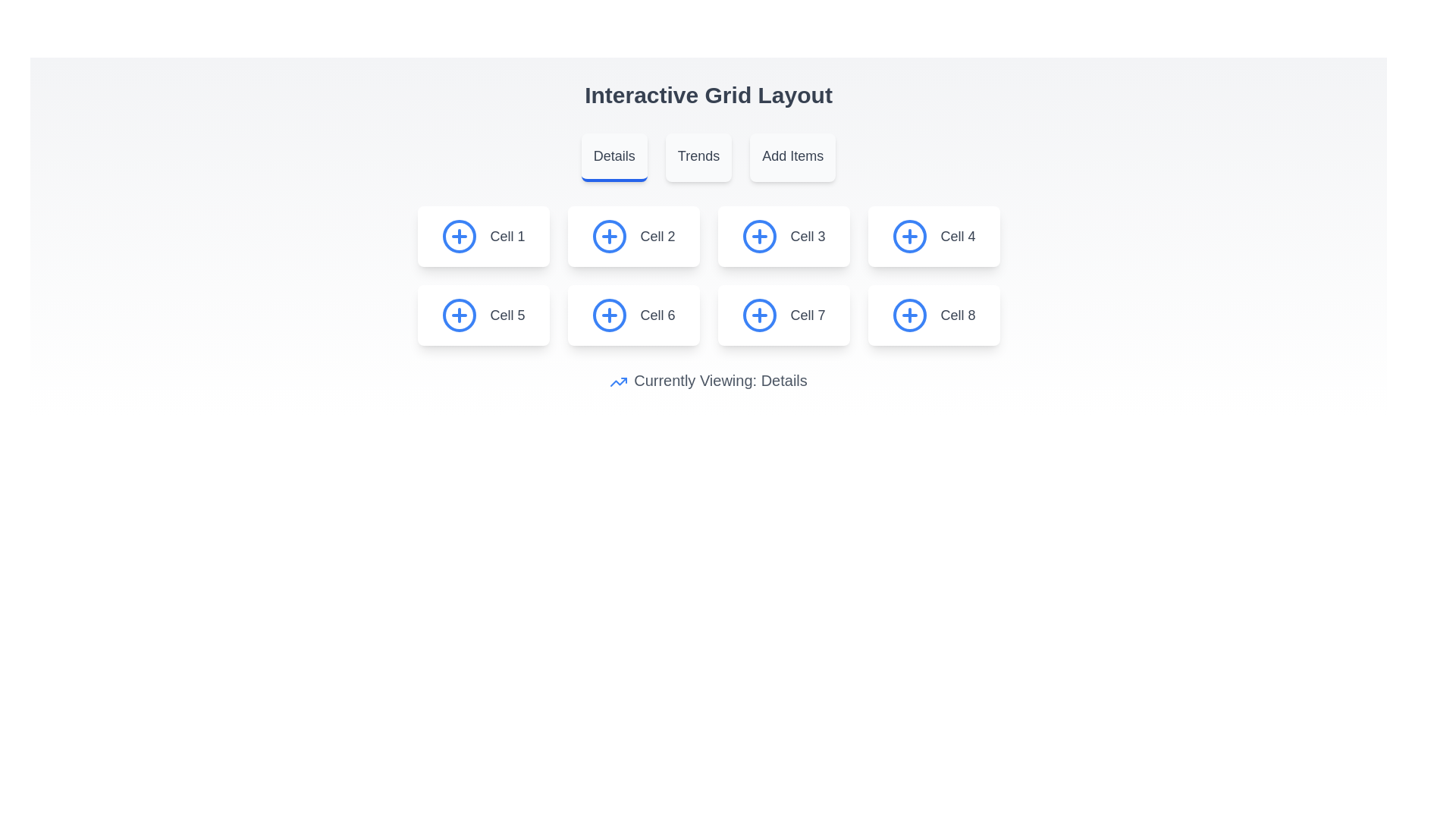 Image resolution: width=1456 pixels, height=819 pixels. Describe the element at coordinates (910, 315) in the screenshot. I see `the blue circular outline with a white background and a blue plus symbol located in 'Cell 8'` at that location.